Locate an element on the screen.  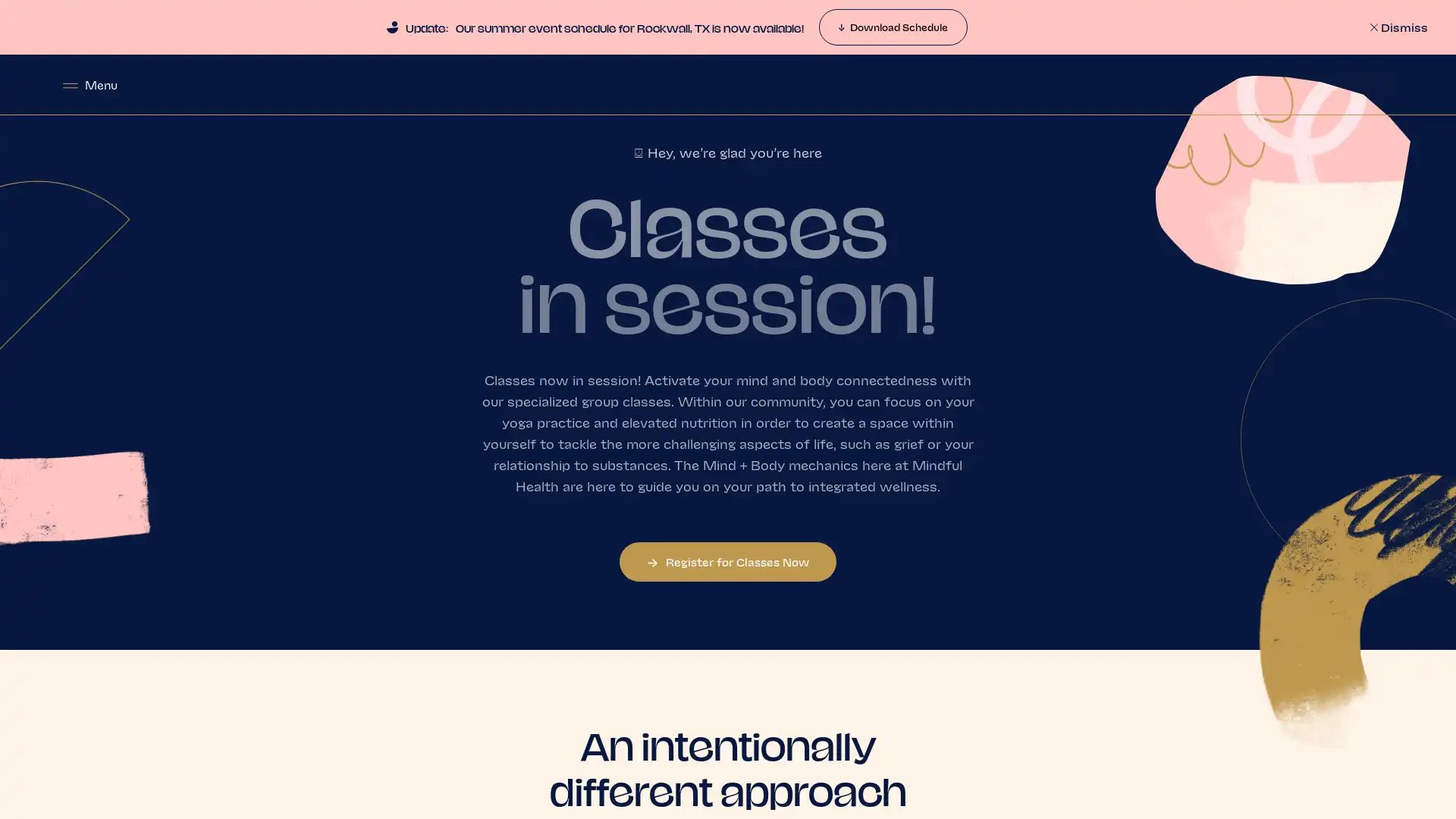
me Make Appointment is located at coordinates (1313, 84).